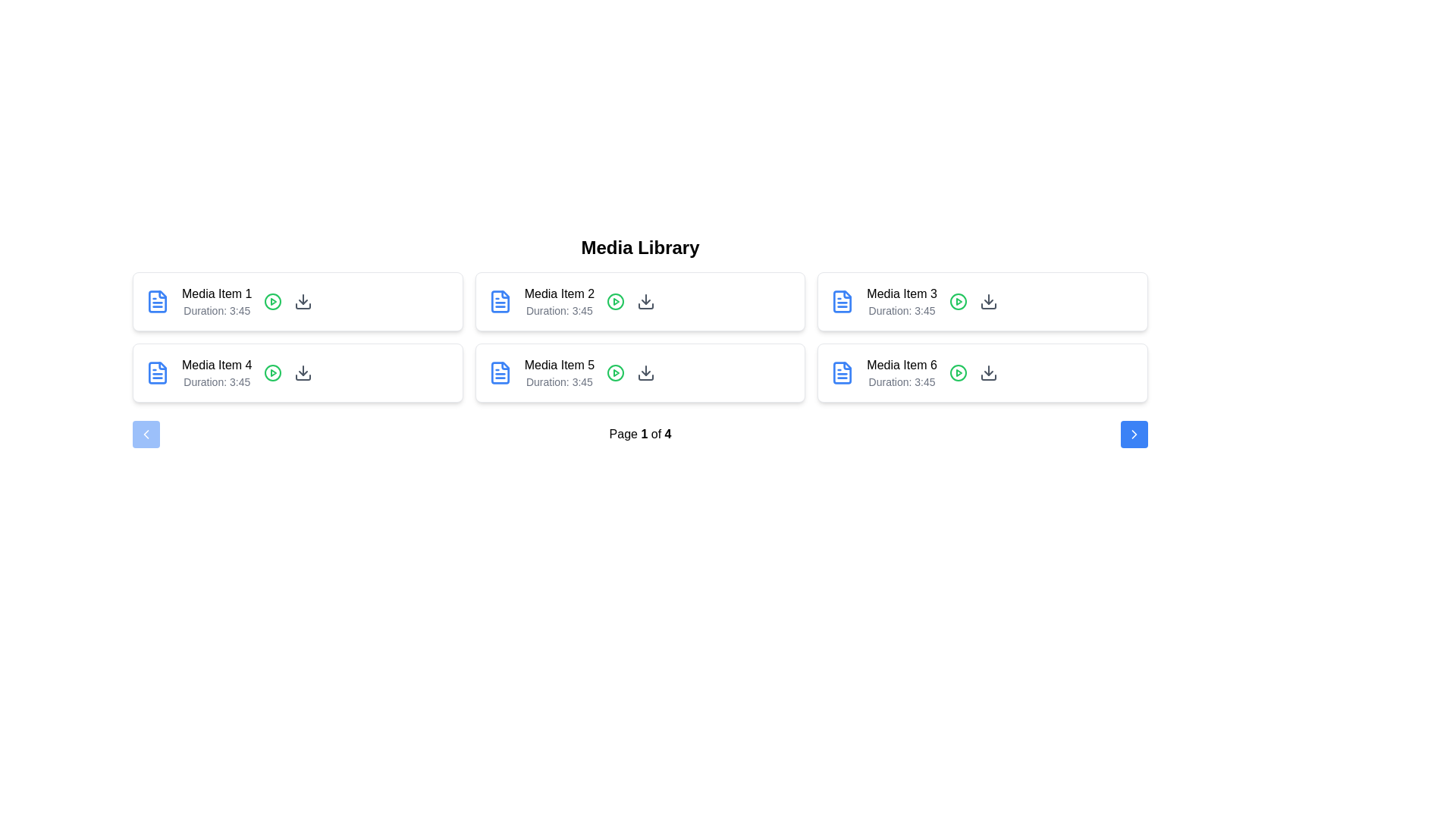 The image size is (1456, 819). Describe the element at coordinates (558, 373) in the screenshot. I see `the text block containing the title 'Media Item 5' and subtitle 'Duration: 3:45' located in the second row and second column of the media item grid` at that location.